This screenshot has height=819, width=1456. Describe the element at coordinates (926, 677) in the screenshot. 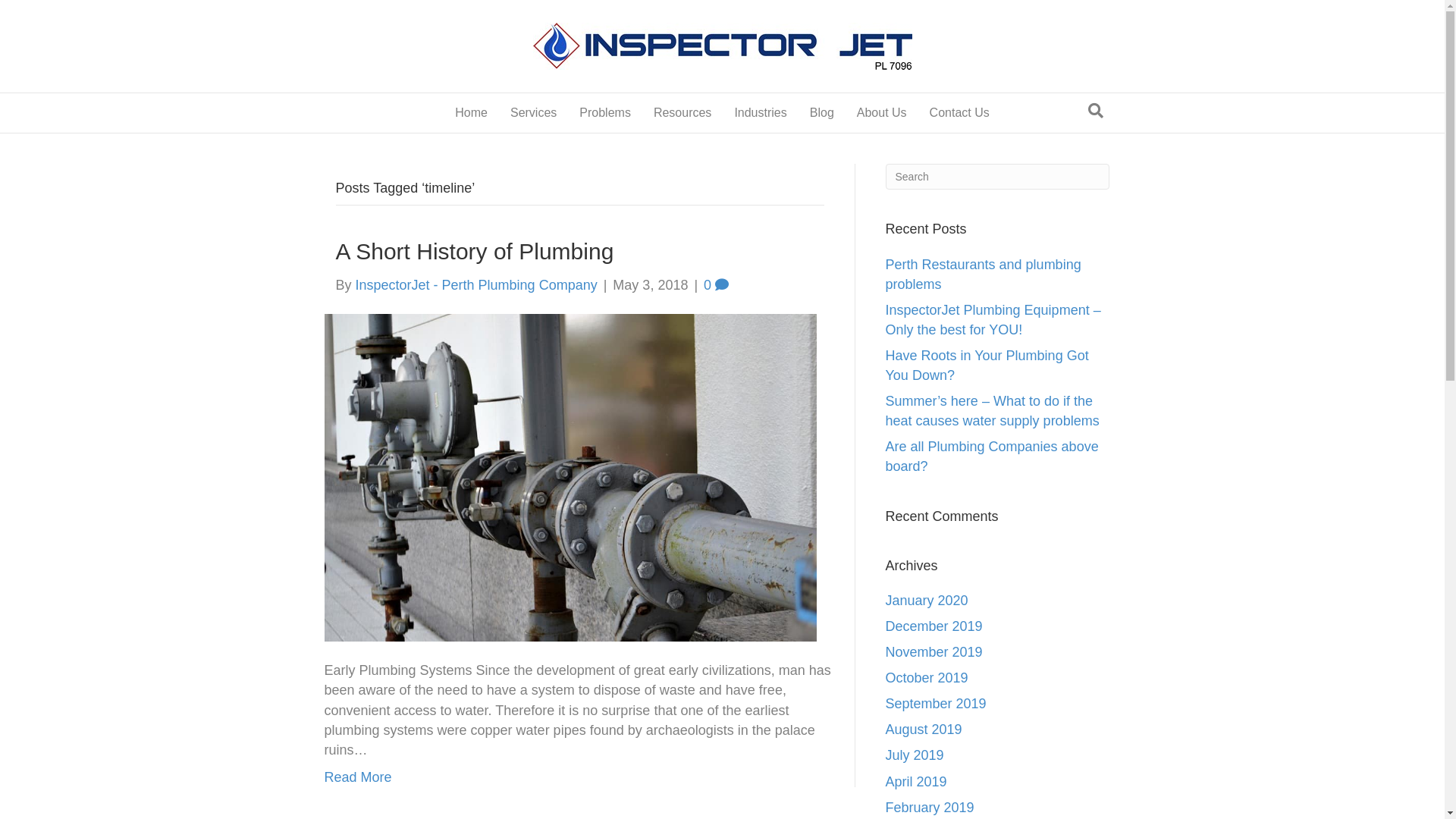

I see `'October 2019'` at that location.